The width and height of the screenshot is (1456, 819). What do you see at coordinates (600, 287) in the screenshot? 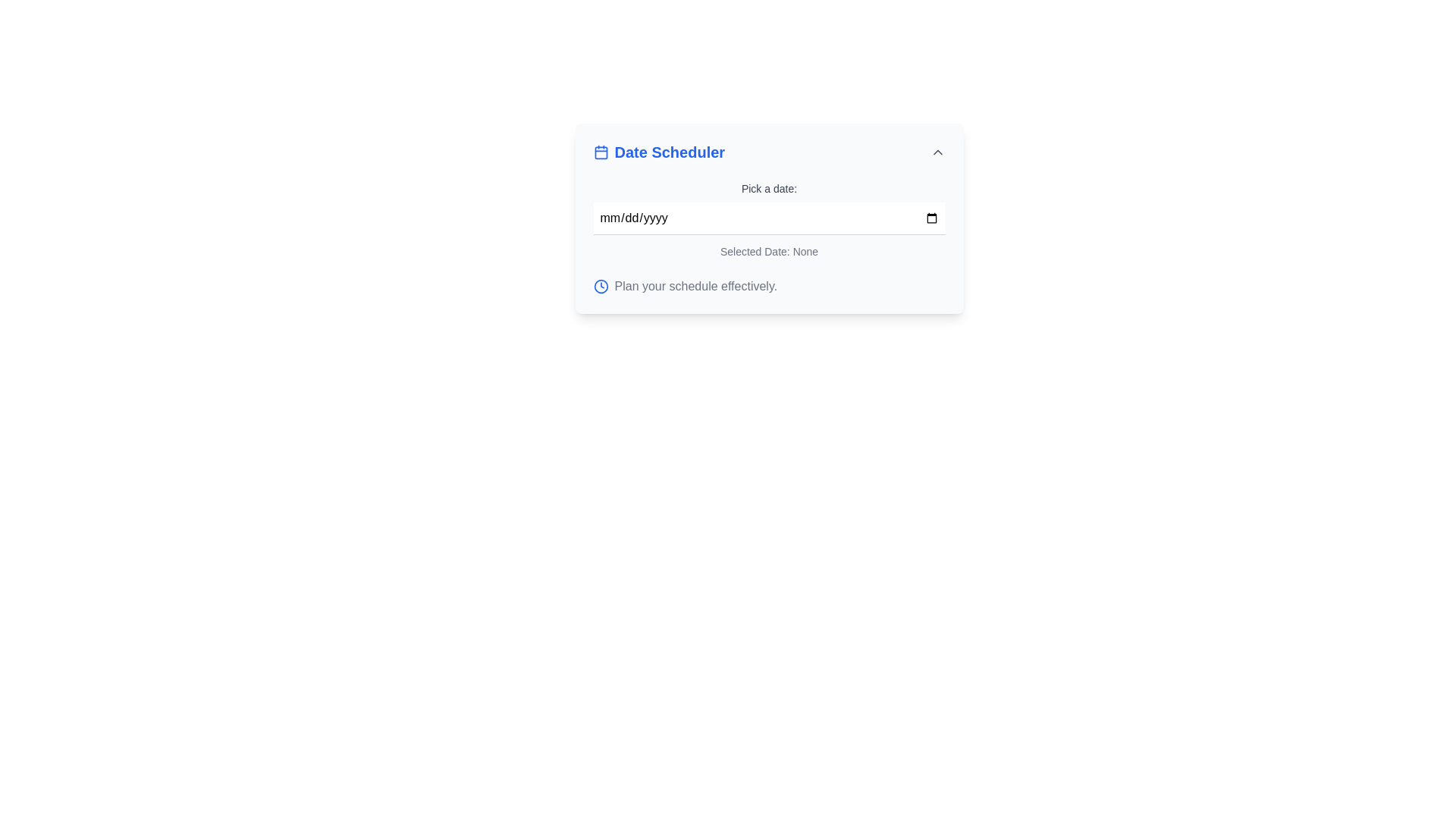
I see `the circular clock icon with a blue border located at the bottom left of the 'Date Scheduler' panel` at bounding box center [600, 287].